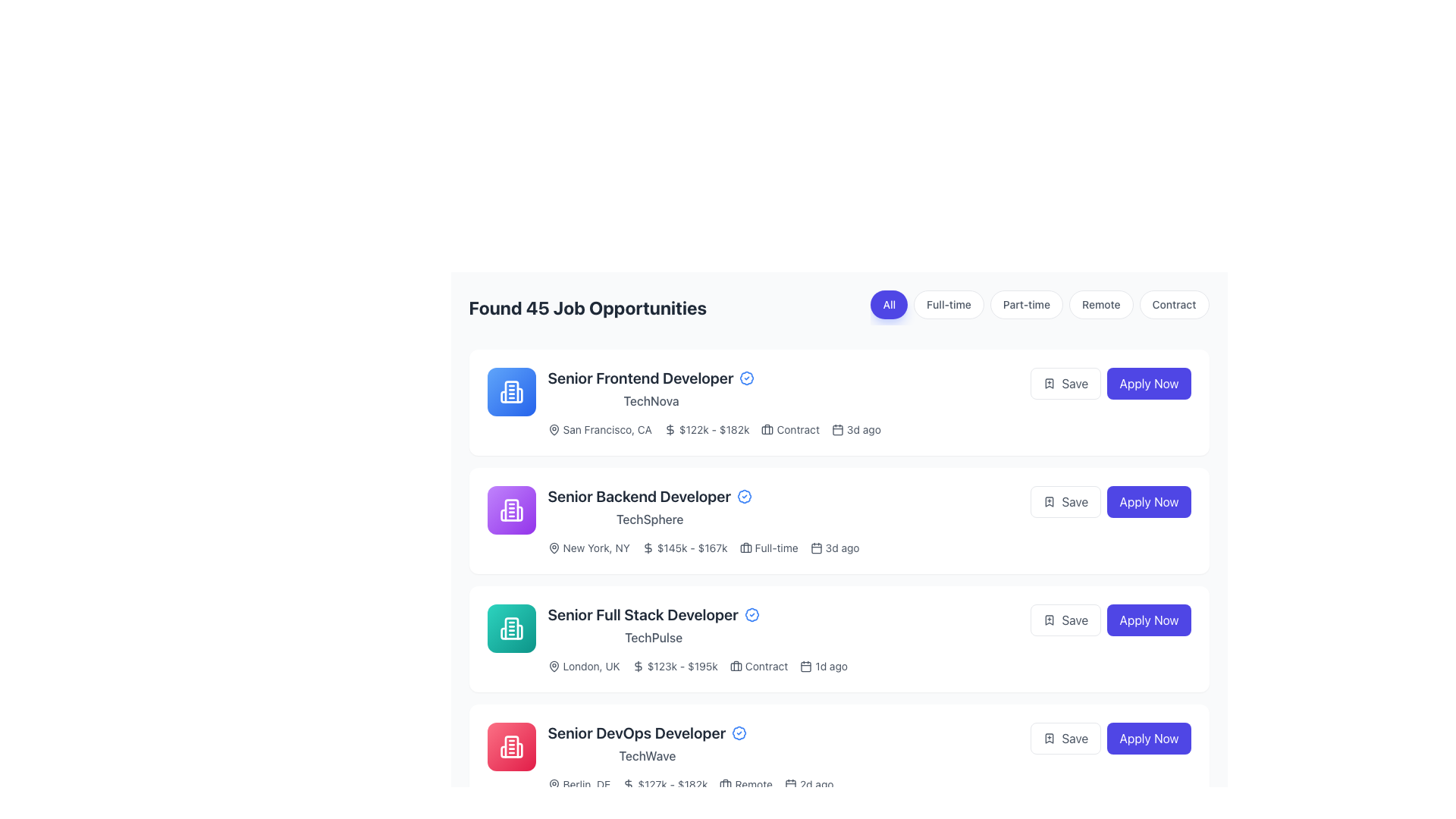  I want to click on the map pin icon, which is a minimalist design with a pointed bottom located to the left of the 'Berlin, DE' text in the last job listing, so click(553, 784).